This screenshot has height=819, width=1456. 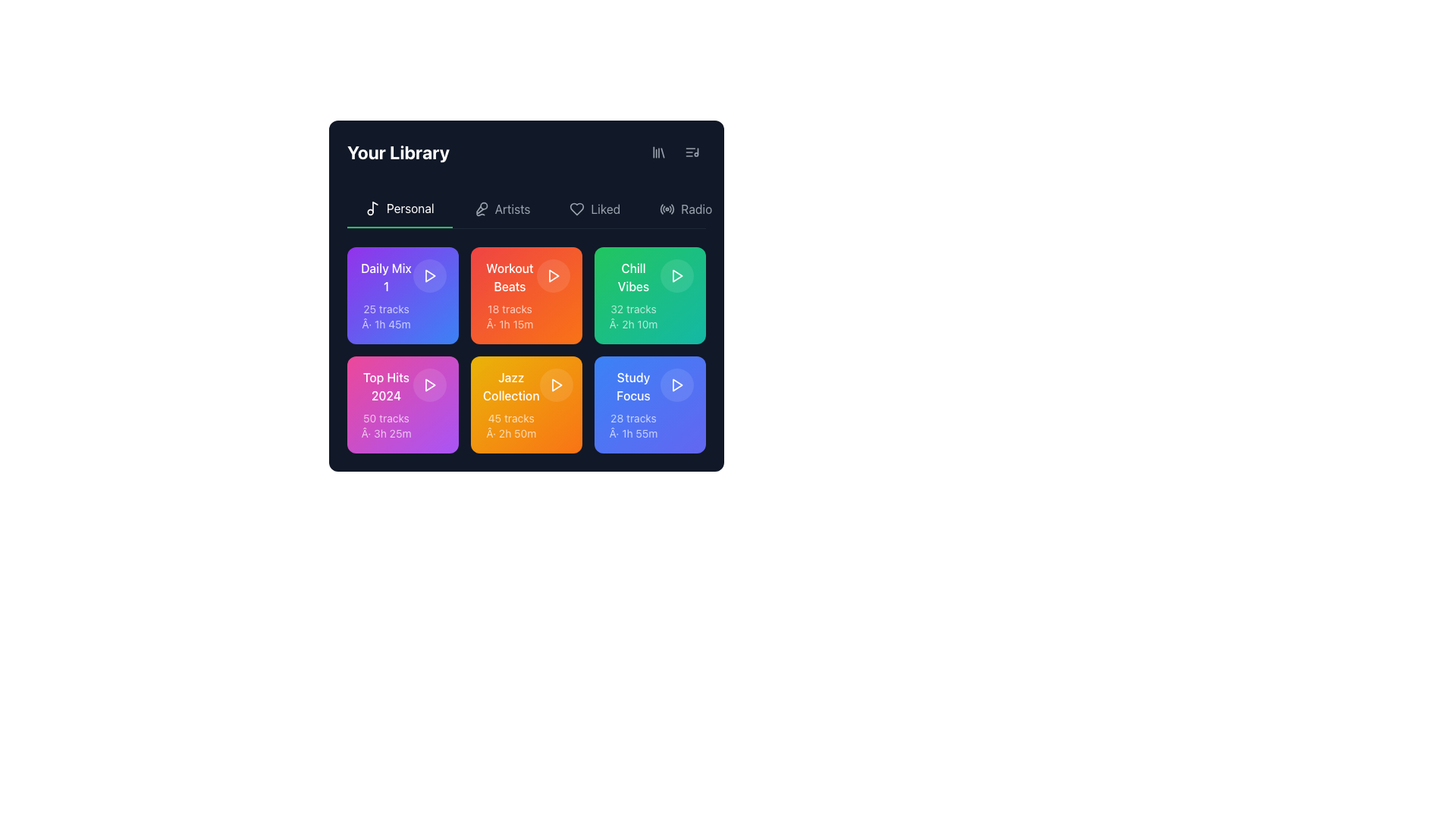 What do you see at coordinates (375, 207) in the screenshot?
I see `the musical note icon located in the navigation section near the beginning of the menu bar` at bounding box center [375, 207].